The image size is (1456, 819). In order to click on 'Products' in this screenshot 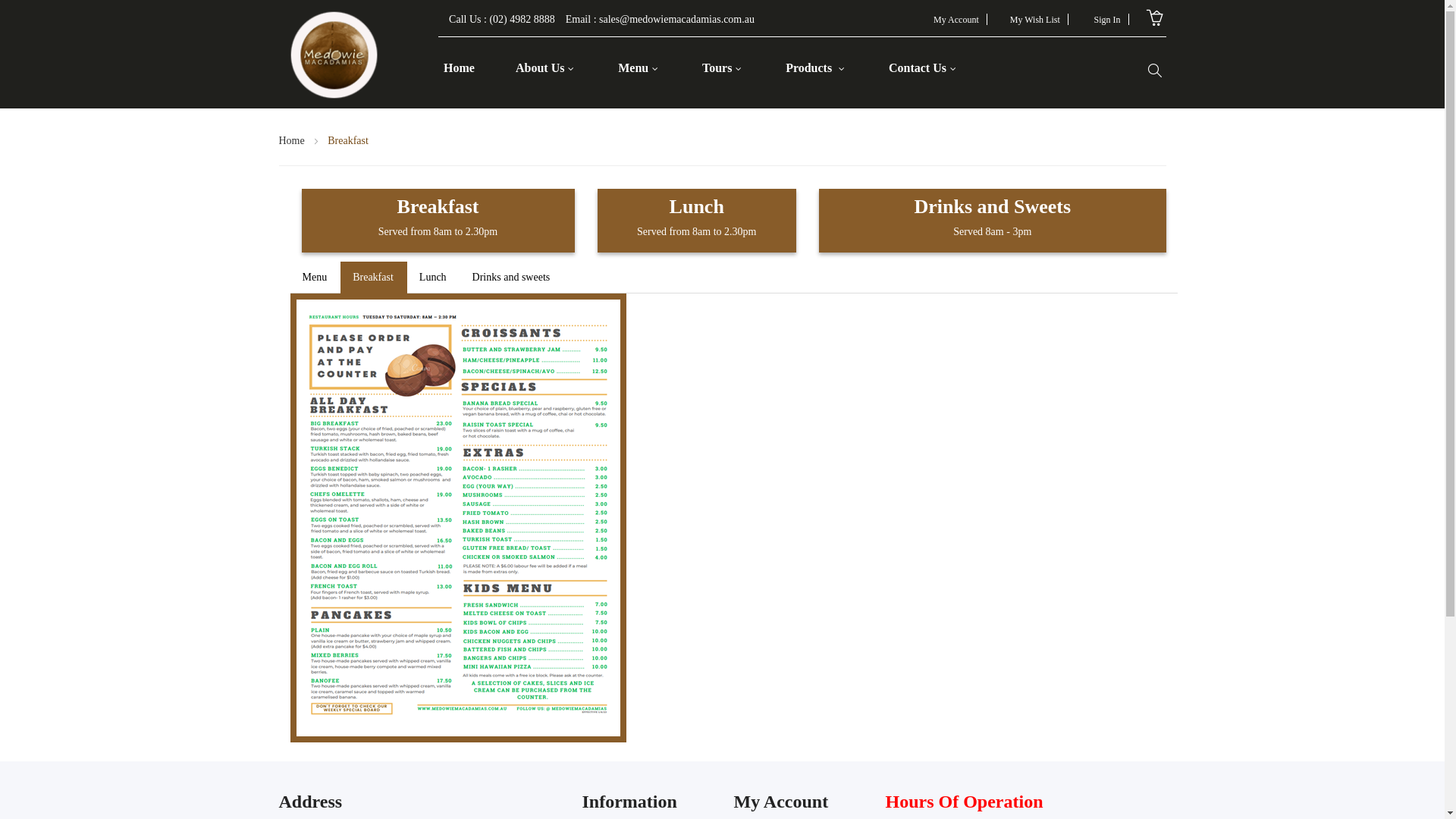, I will do `click(814, 67)`.